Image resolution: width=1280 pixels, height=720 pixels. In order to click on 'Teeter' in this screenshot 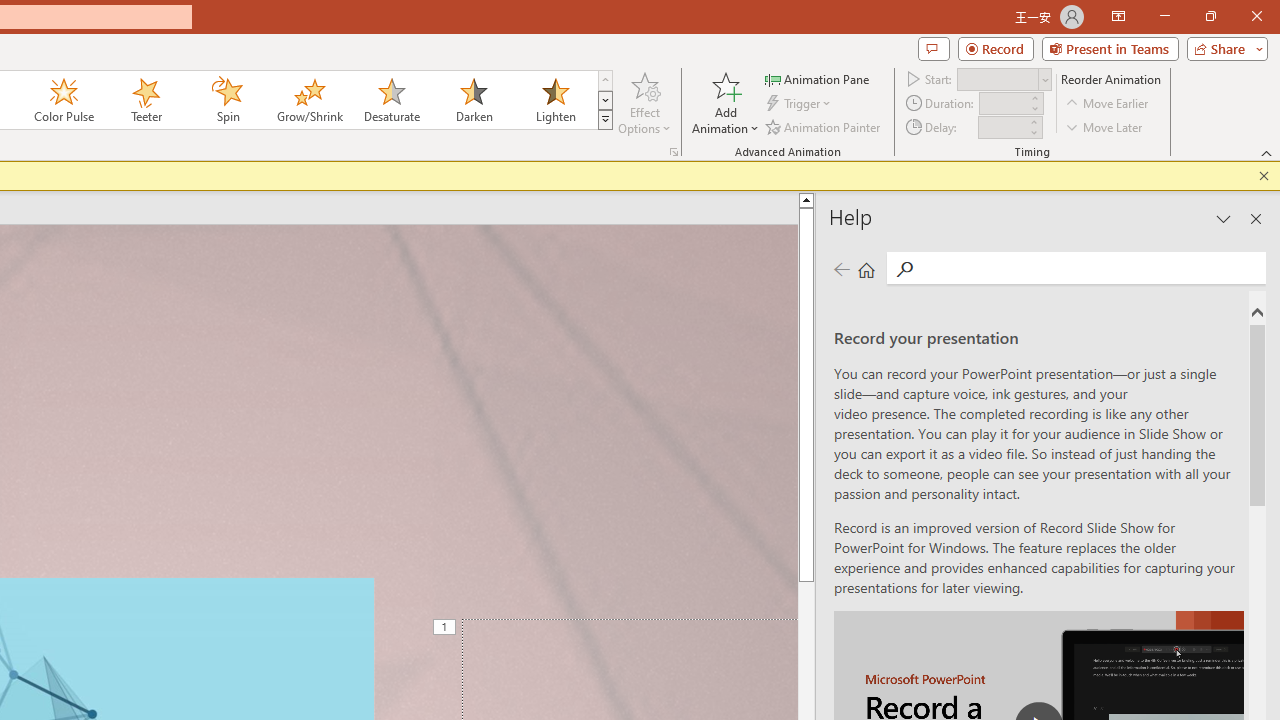, I will do `click(144, 100)`.